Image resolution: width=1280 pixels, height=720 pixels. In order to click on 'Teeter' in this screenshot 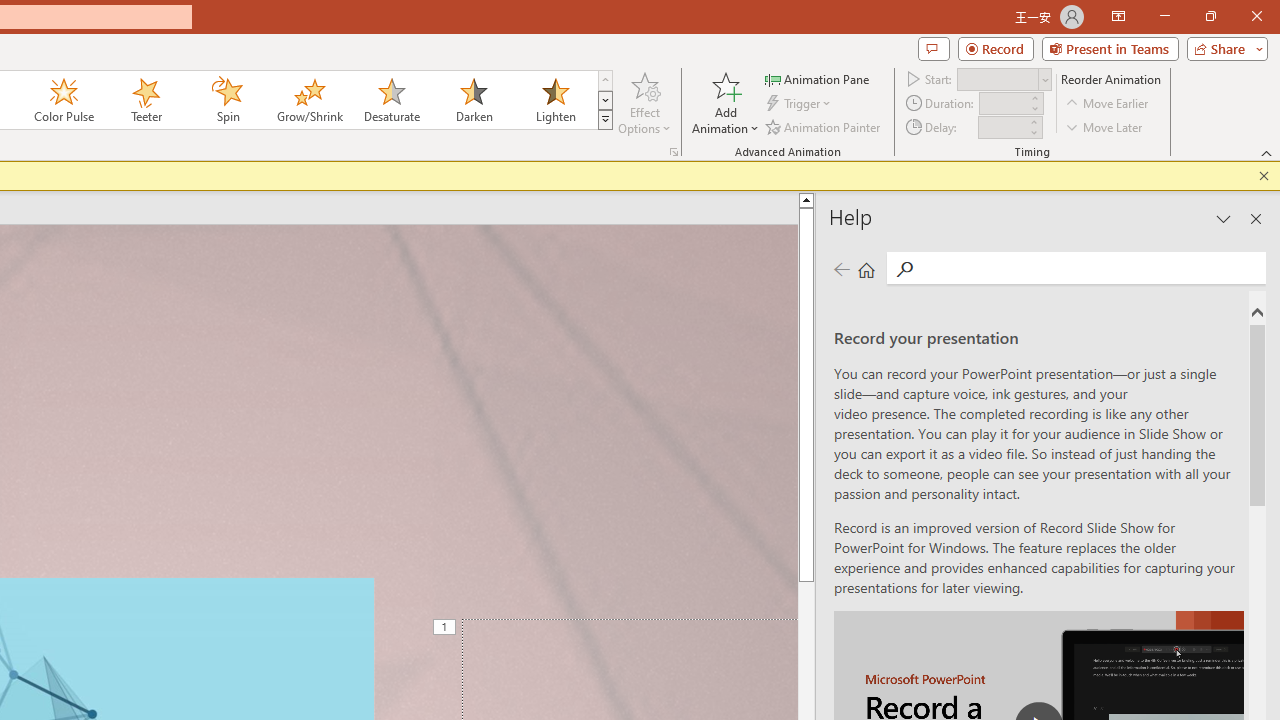, I will do `click(144, 100)`.